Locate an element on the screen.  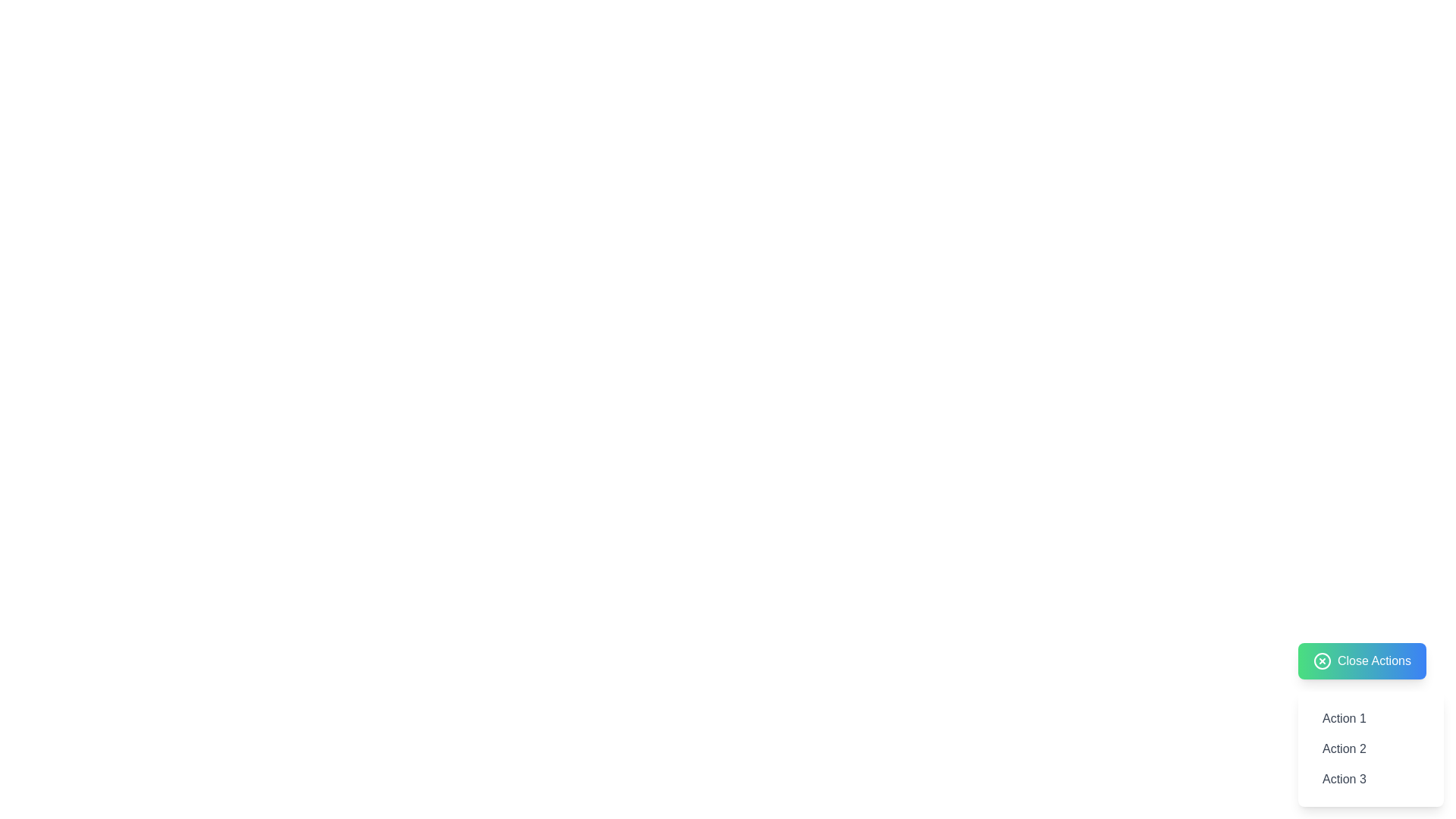
the 'Close Actions' button located at the bottom-right corner of the interface, which features a vibrant gradient background and an 'X' icon on the left is located at coordinates (1362, 660).